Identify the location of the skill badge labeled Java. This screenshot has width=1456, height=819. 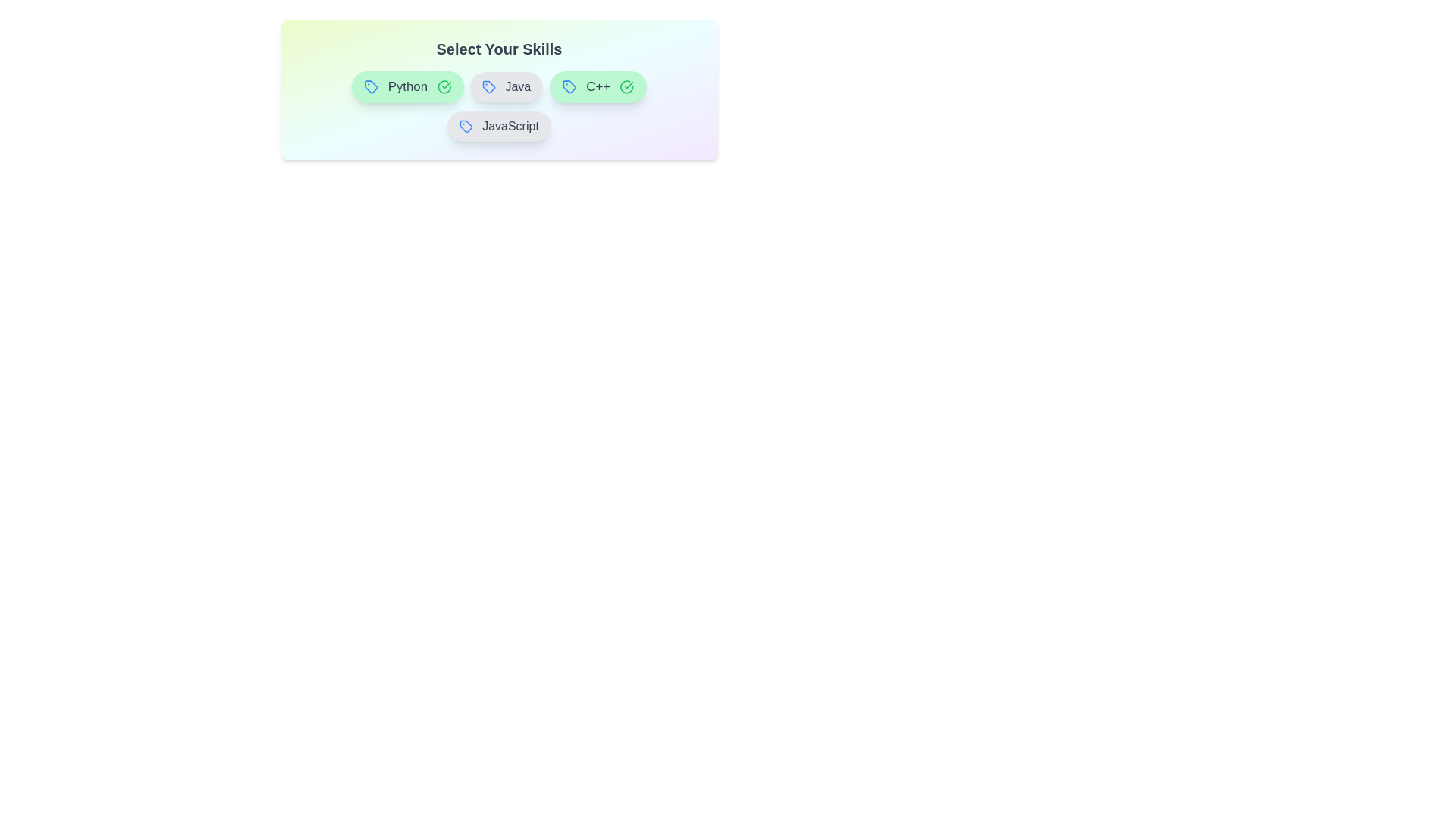
(506, 87).